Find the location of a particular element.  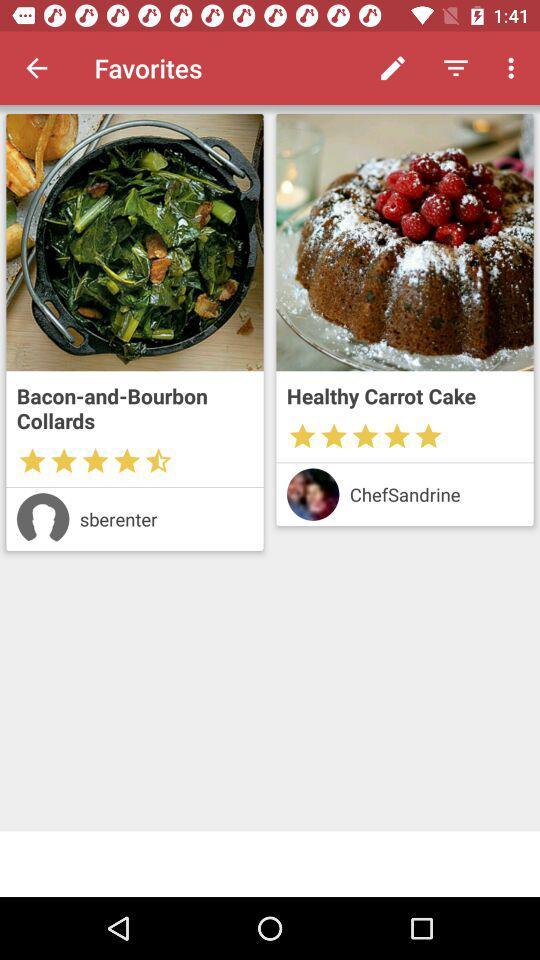

open perfil option is located at coordinates (43, 518).